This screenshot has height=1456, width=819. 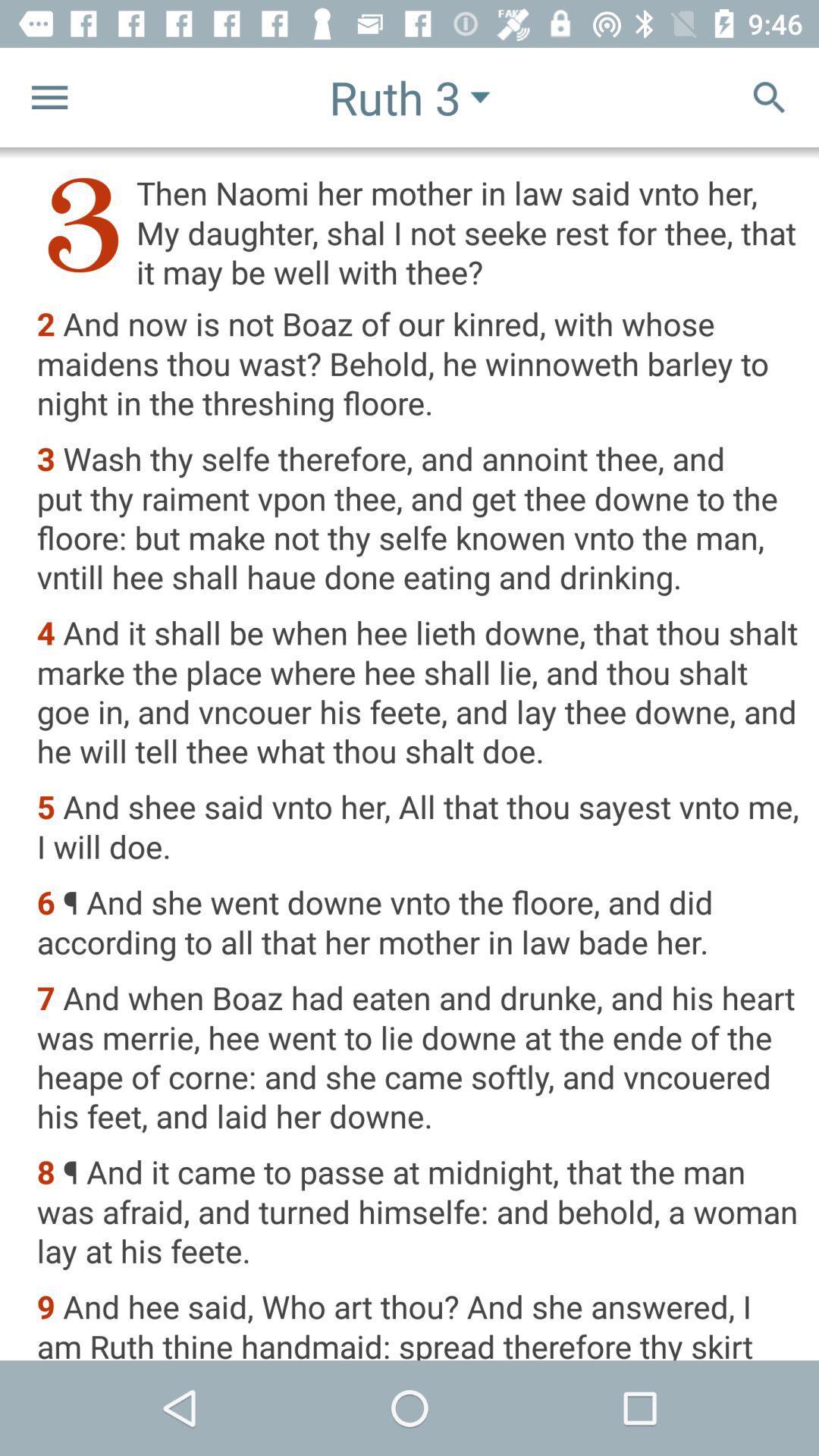 What do you see at coordinates (418, 231) in the screenshot?
I see `the then naomi her item` at bounding box center [418, 231].